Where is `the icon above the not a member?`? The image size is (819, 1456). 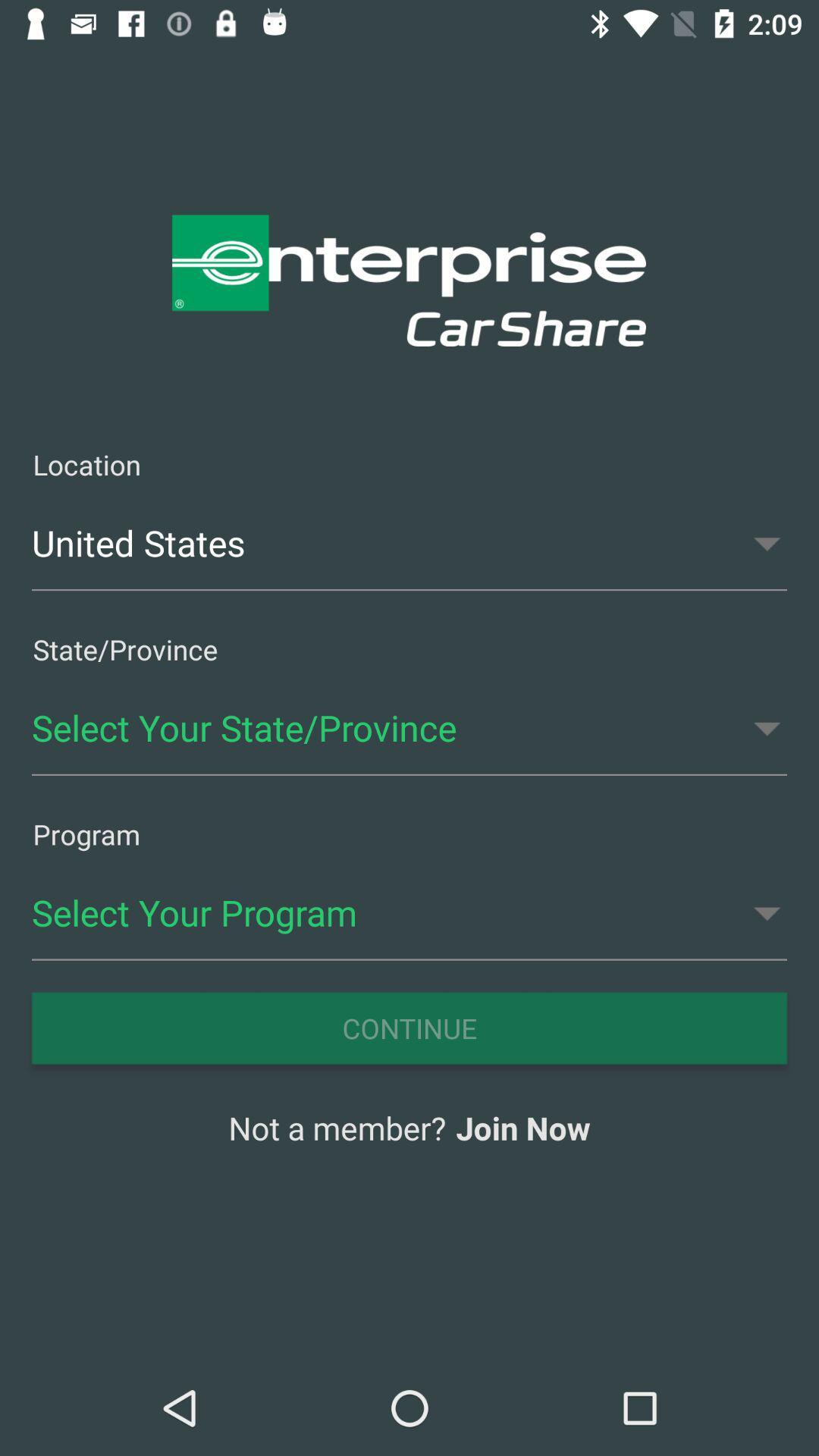
the icon above the not a member? is located at coordinates (409, 1028).